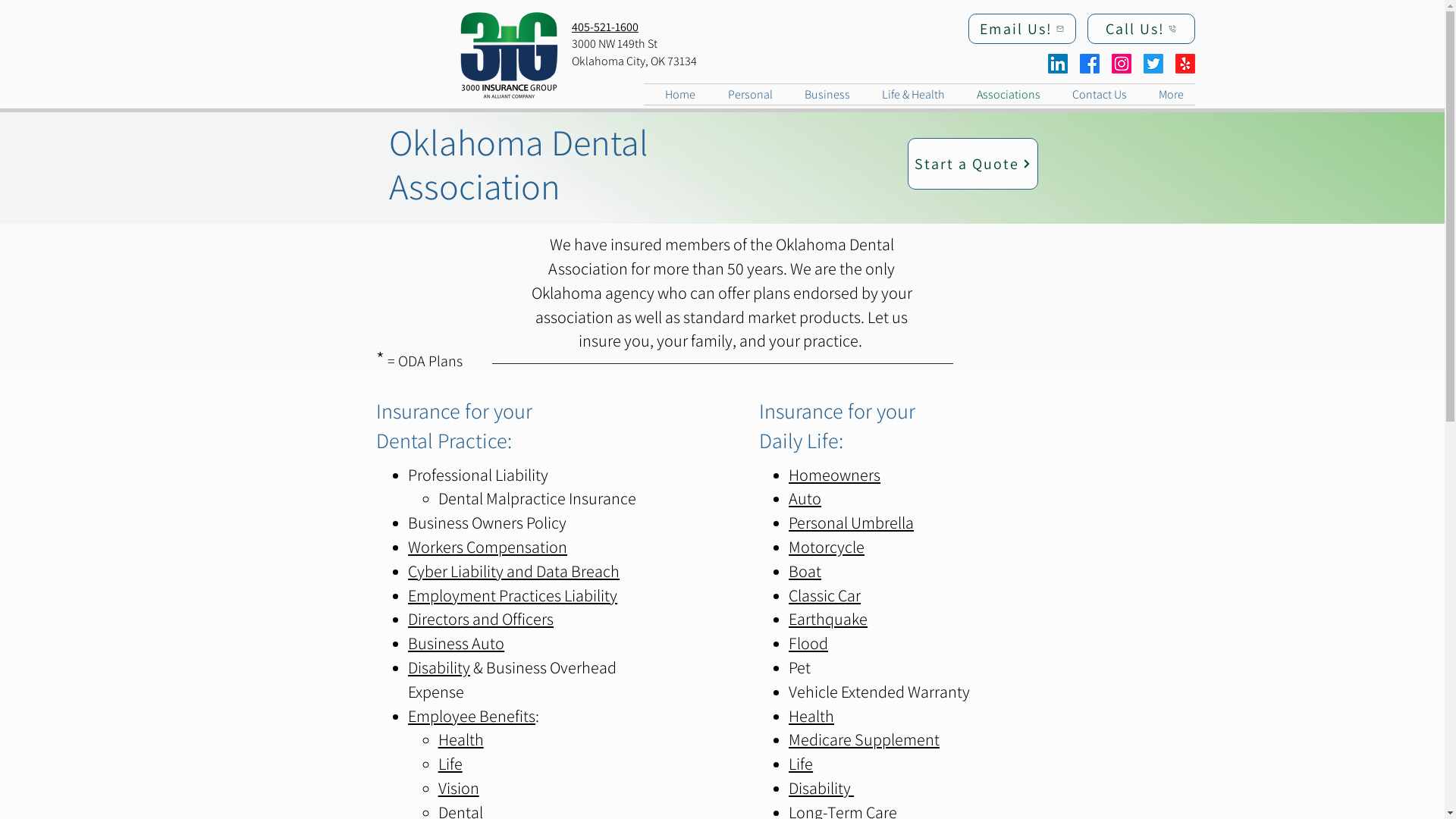 This screenshot has height=819, width=1456. What do you see at coordinates (821, 94) in the screenshot?
I see `'Business'` at bounding box center [821, 94].